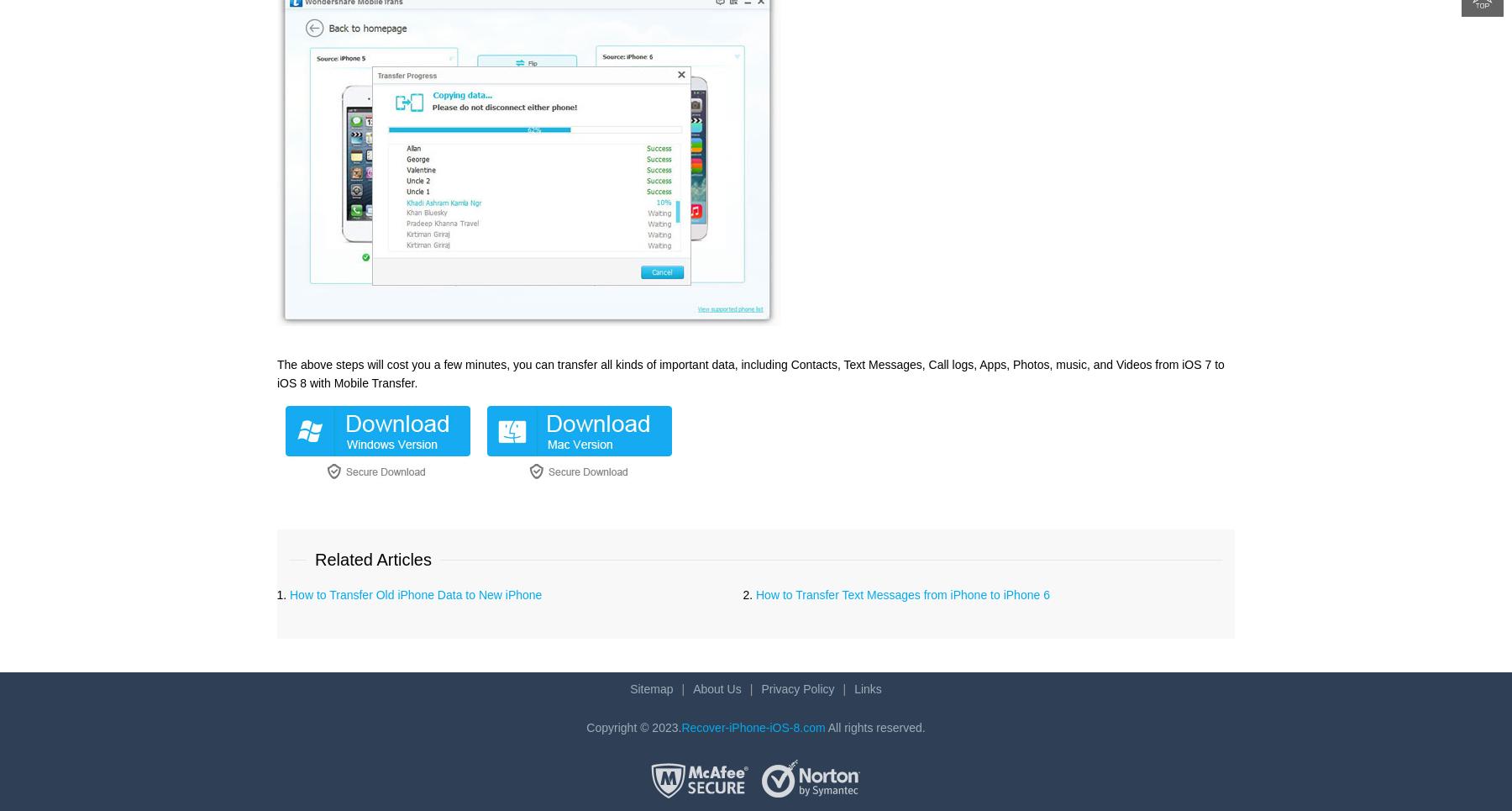 This screenshot has height=811, width=1512. I want to click on 'About Us', so click(692, 687).